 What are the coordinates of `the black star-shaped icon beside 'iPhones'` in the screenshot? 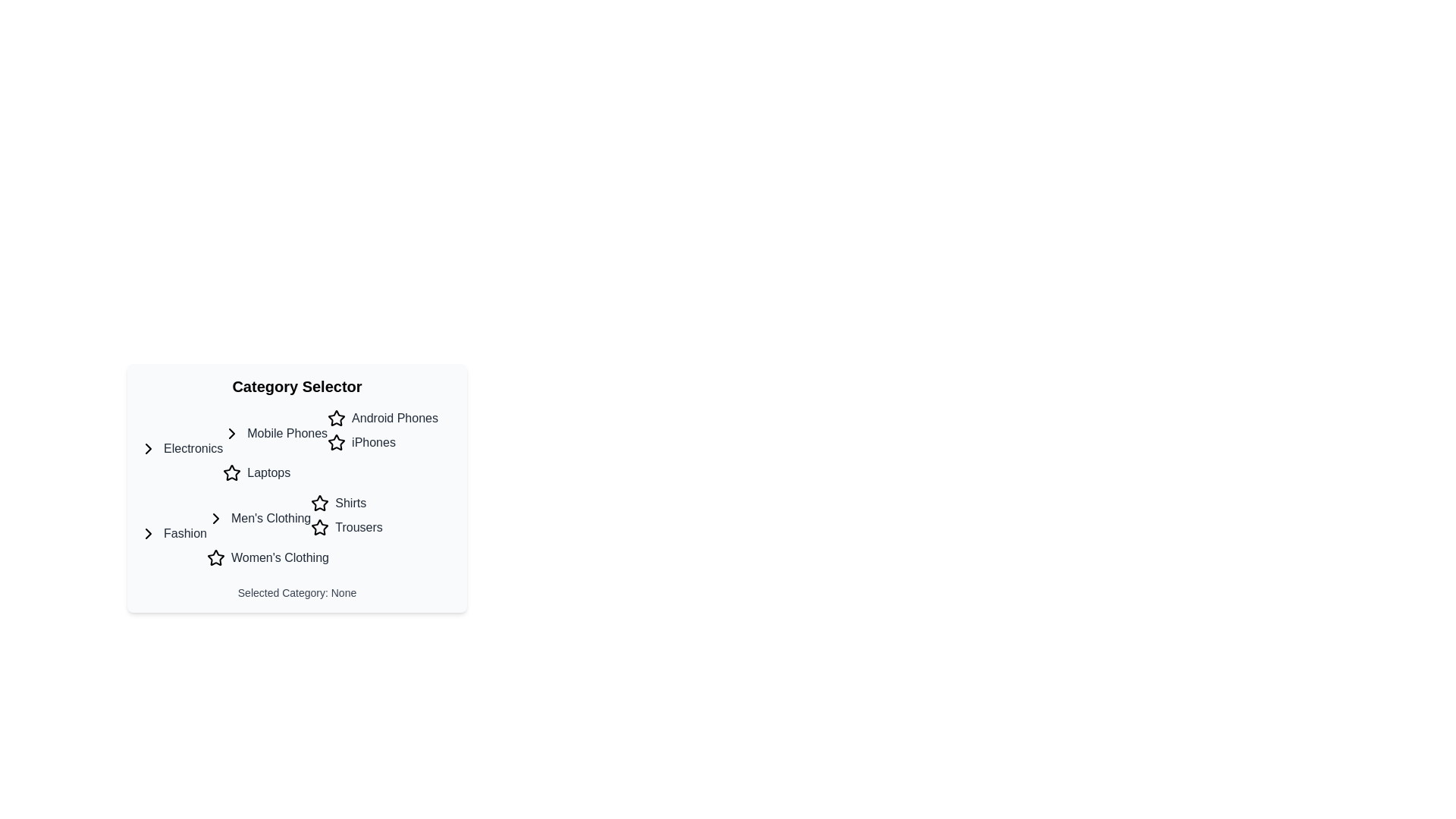 It's located at (336, 442).